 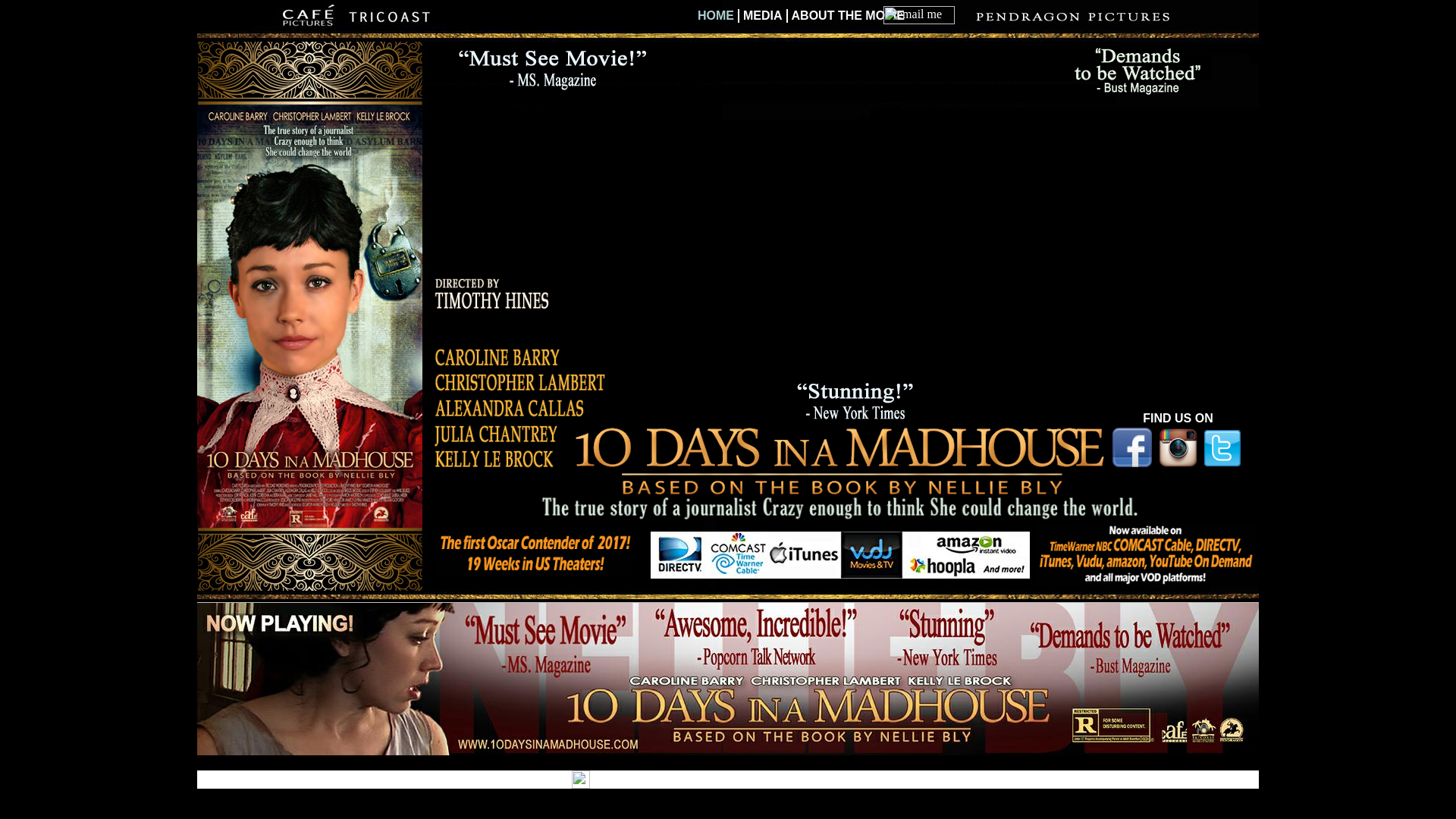 What do you see at coordinates (810, 780) in the screenshot?
I see `'for Your Business'` at bounding box center [810, 780].